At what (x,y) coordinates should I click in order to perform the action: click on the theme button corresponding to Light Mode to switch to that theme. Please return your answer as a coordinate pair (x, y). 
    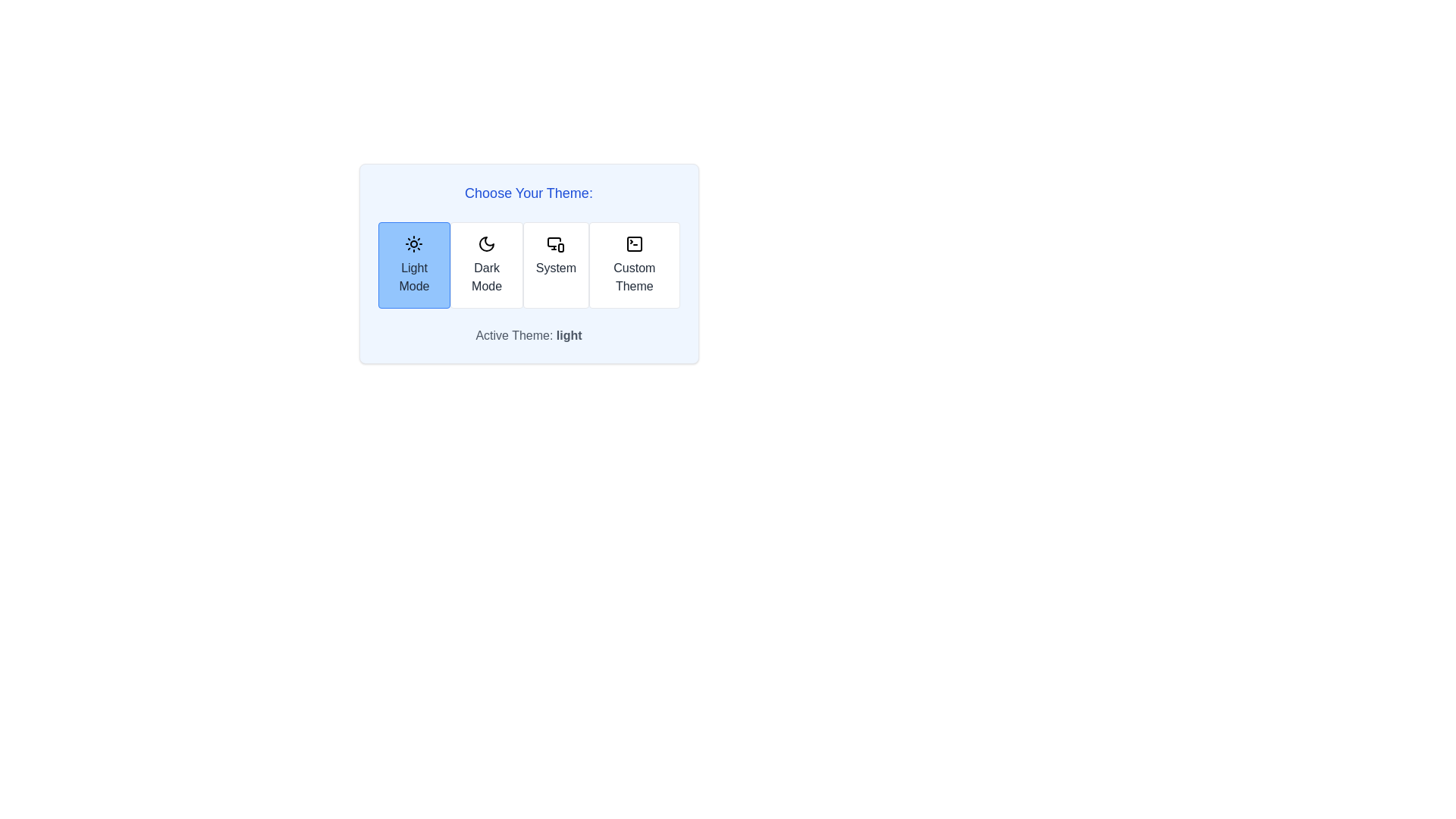
    Looking at the image, I should click on (414, 265).